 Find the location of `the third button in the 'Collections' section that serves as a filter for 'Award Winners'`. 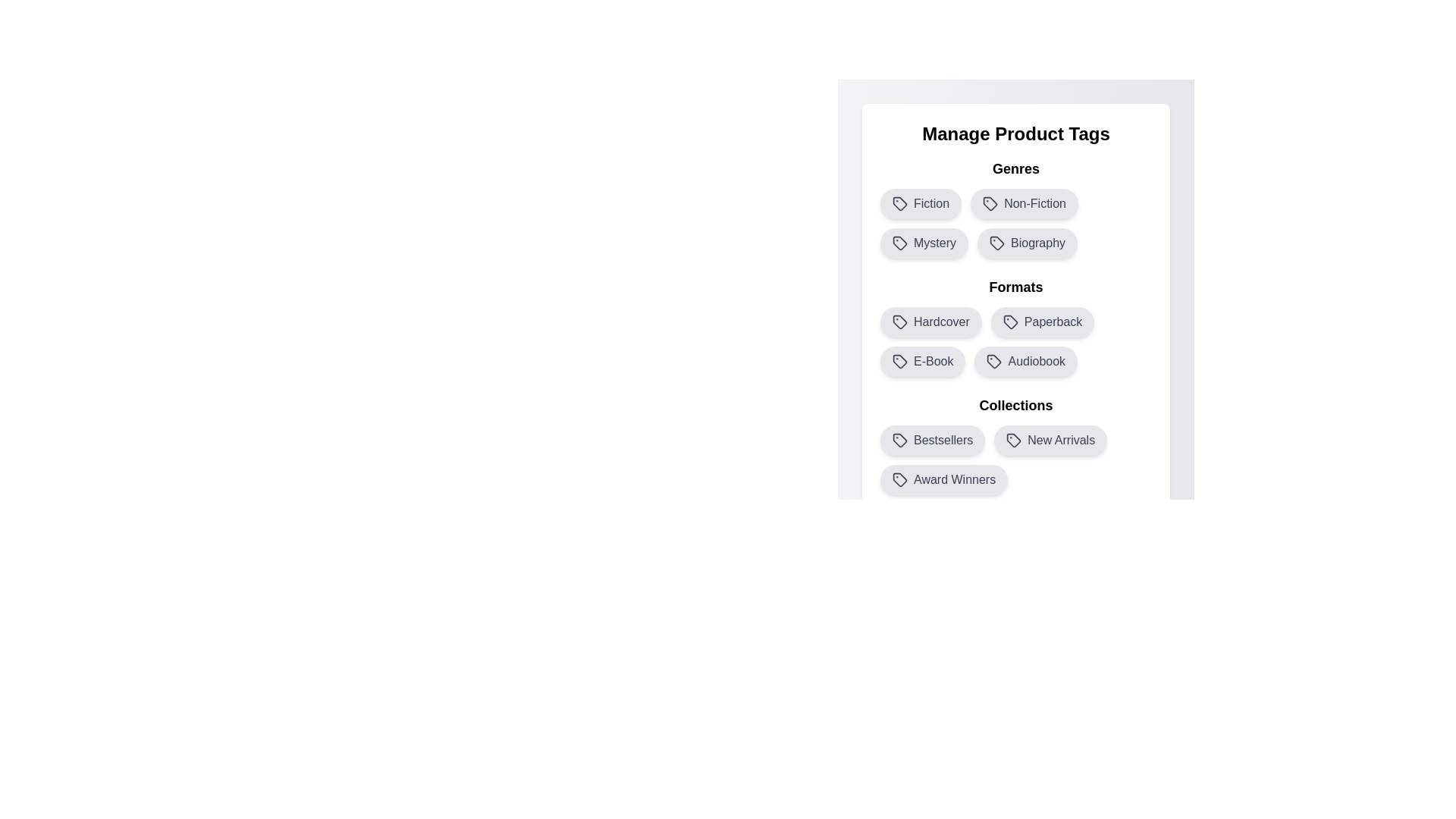

the third button in the 'Collections' section that serves as a filter for 'Award Winners' is located at coordinates (943, 479).